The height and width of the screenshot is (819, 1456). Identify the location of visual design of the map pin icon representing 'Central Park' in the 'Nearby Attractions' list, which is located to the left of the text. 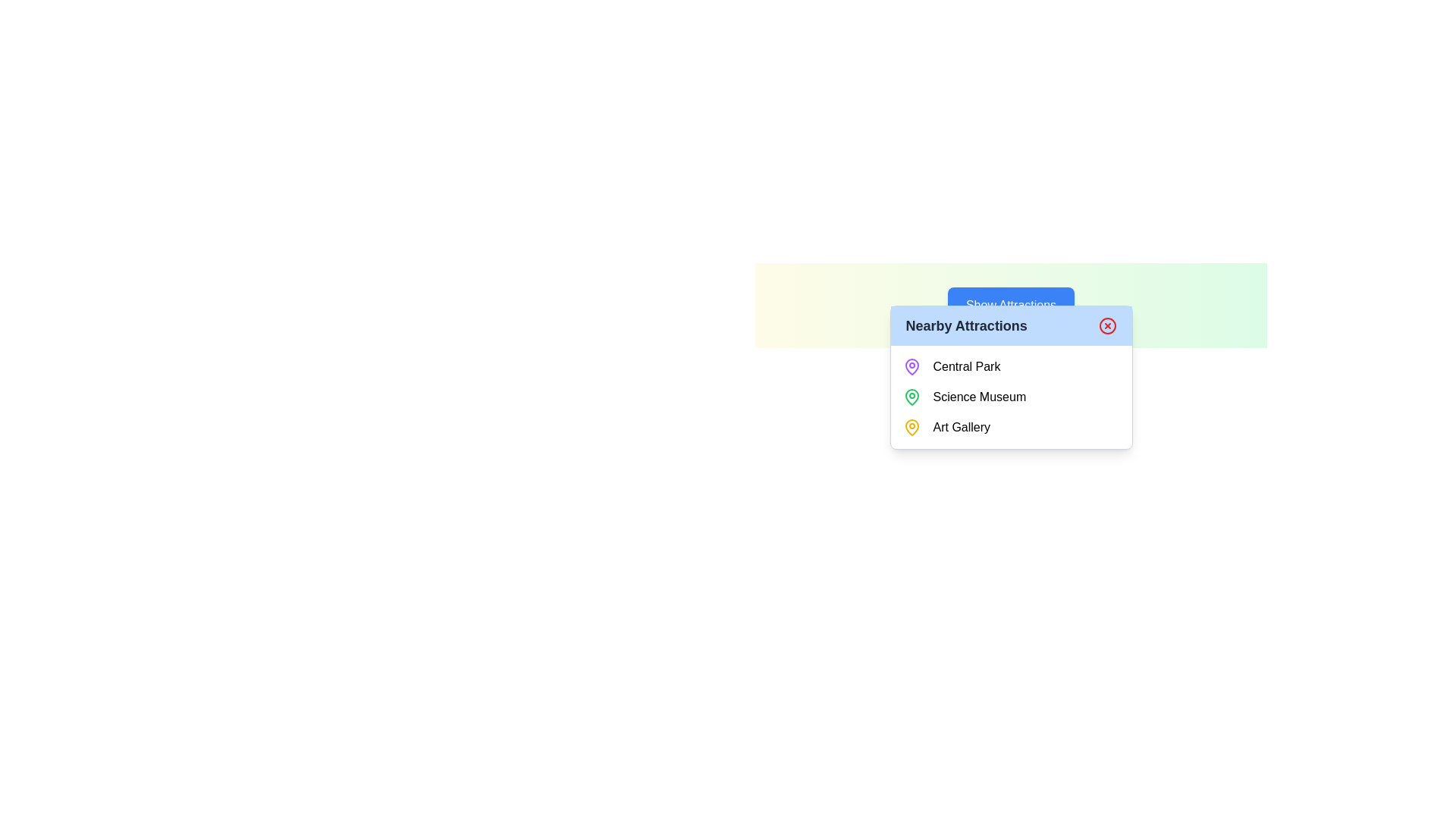
(911, 366).